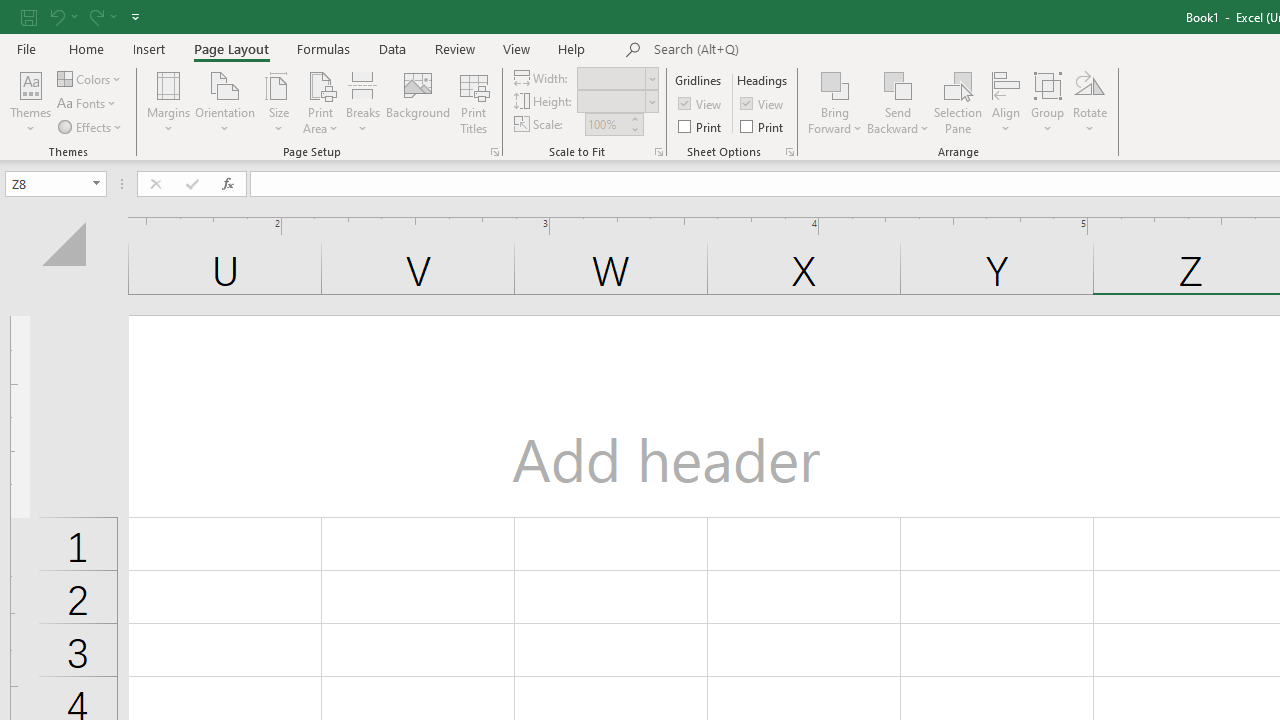 This screenshot has width=1280, height=720. Describe the element at coordinates (788, 150) in the screenshot. I see `'Sheet Options'` at that location.